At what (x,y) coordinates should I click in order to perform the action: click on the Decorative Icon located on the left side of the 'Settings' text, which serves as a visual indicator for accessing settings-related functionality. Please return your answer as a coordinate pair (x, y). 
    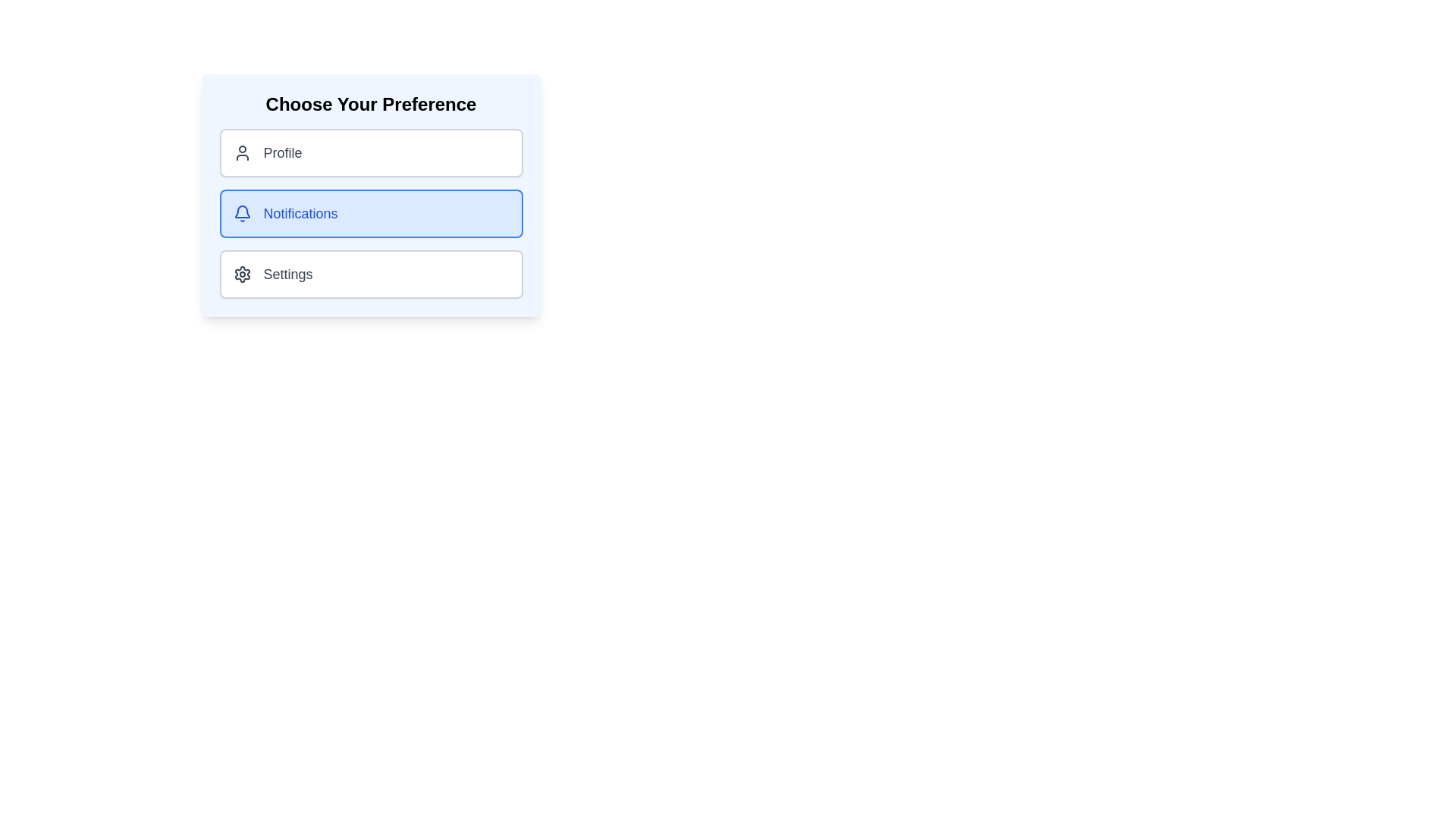
    Looking at the image, I should click on (241, 275).